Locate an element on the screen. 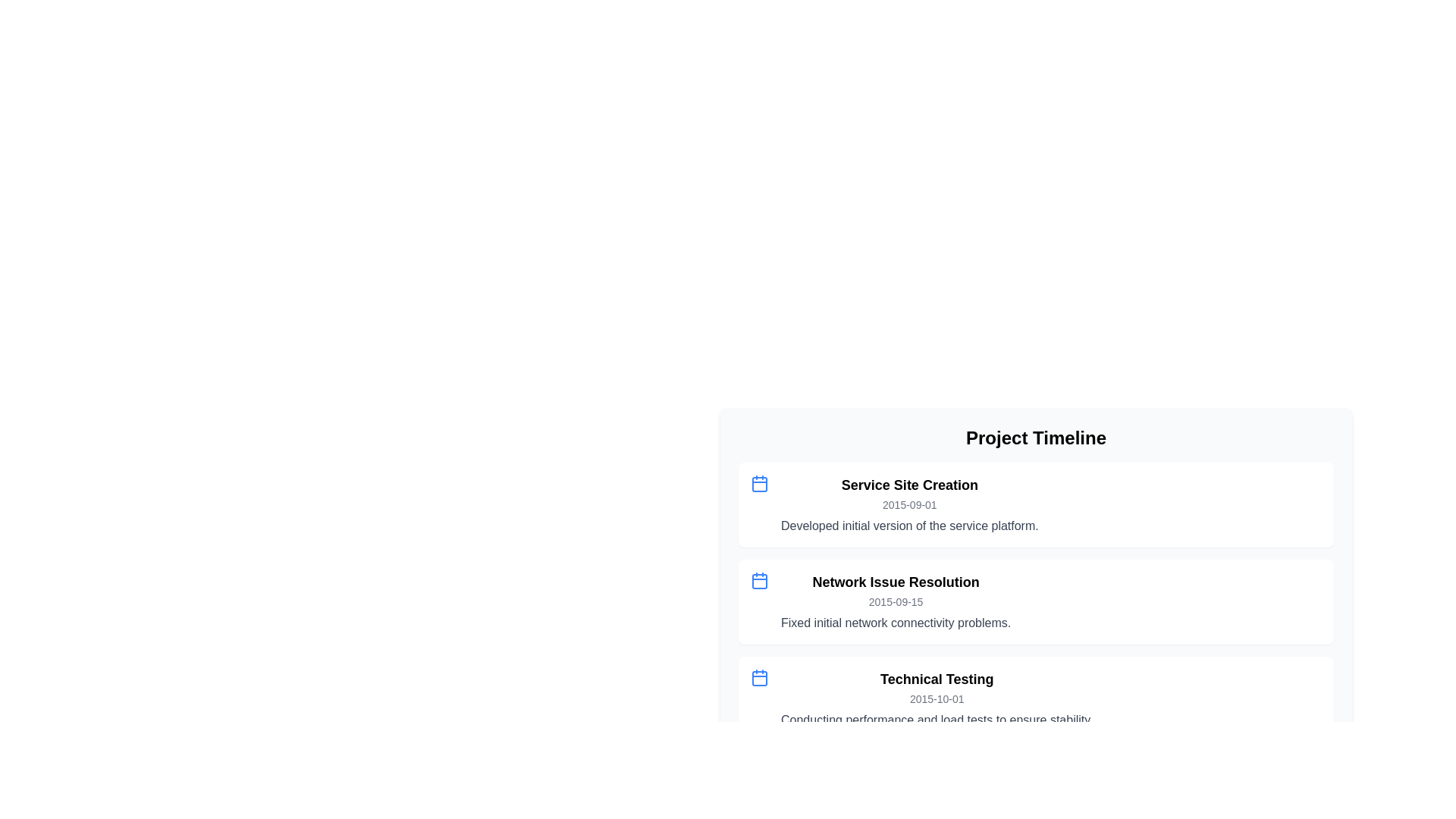 The image size is (1456, 819). the first card component in the vertical list of project milestones, which features a blue calendar icon and project milestone text is located at coordinates (1035, 505).